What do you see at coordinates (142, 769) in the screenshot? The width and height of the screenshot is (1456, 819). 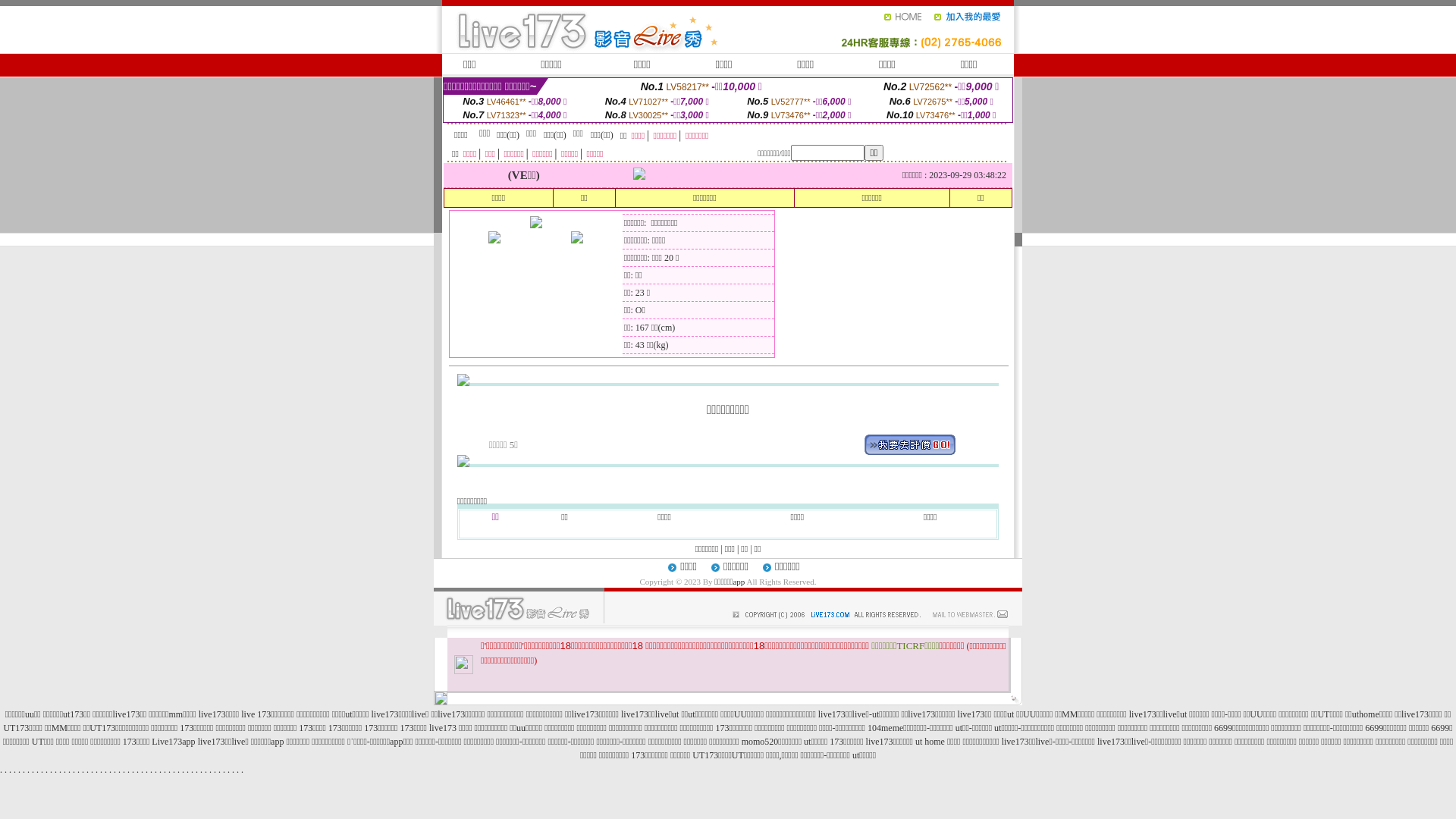 I see `'.'` at bounding box center [142, 769].